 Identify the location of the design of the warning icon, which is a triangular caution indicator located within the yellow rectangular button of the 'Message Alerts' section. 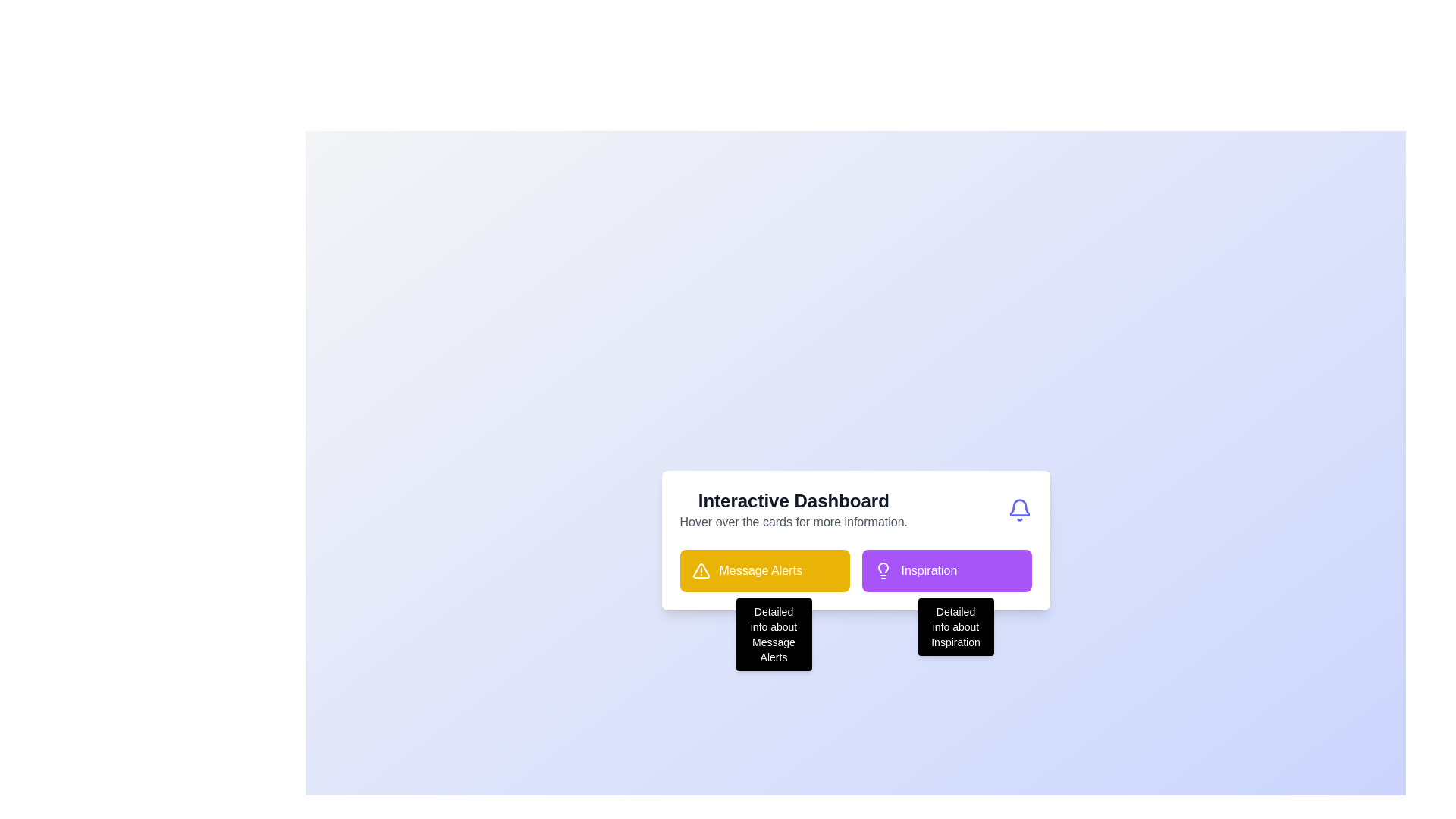
(700, 570).